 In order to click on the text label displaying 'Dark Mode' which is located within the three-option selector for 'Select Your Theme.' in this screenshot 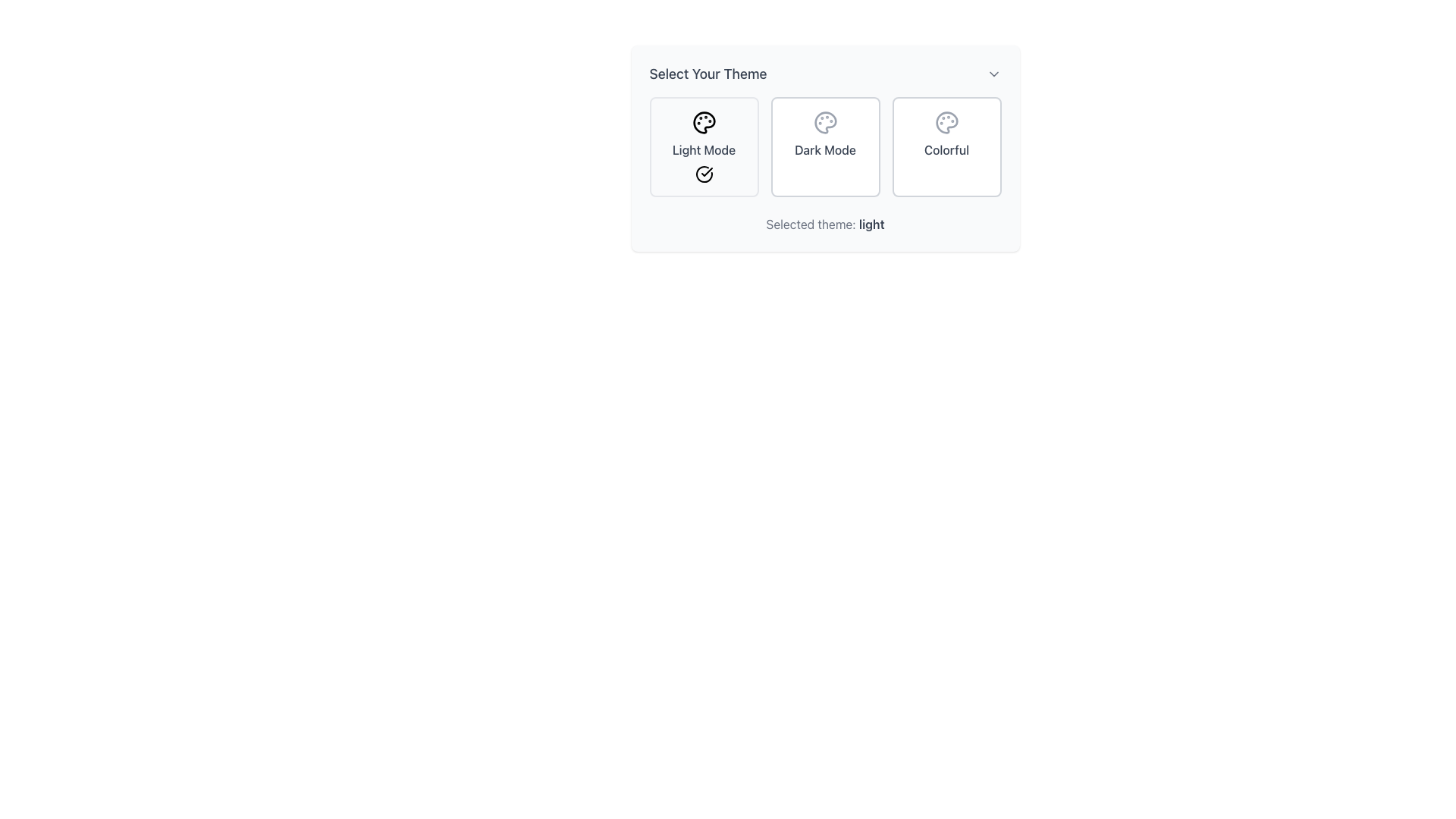, I will do `click(824, 149)`.